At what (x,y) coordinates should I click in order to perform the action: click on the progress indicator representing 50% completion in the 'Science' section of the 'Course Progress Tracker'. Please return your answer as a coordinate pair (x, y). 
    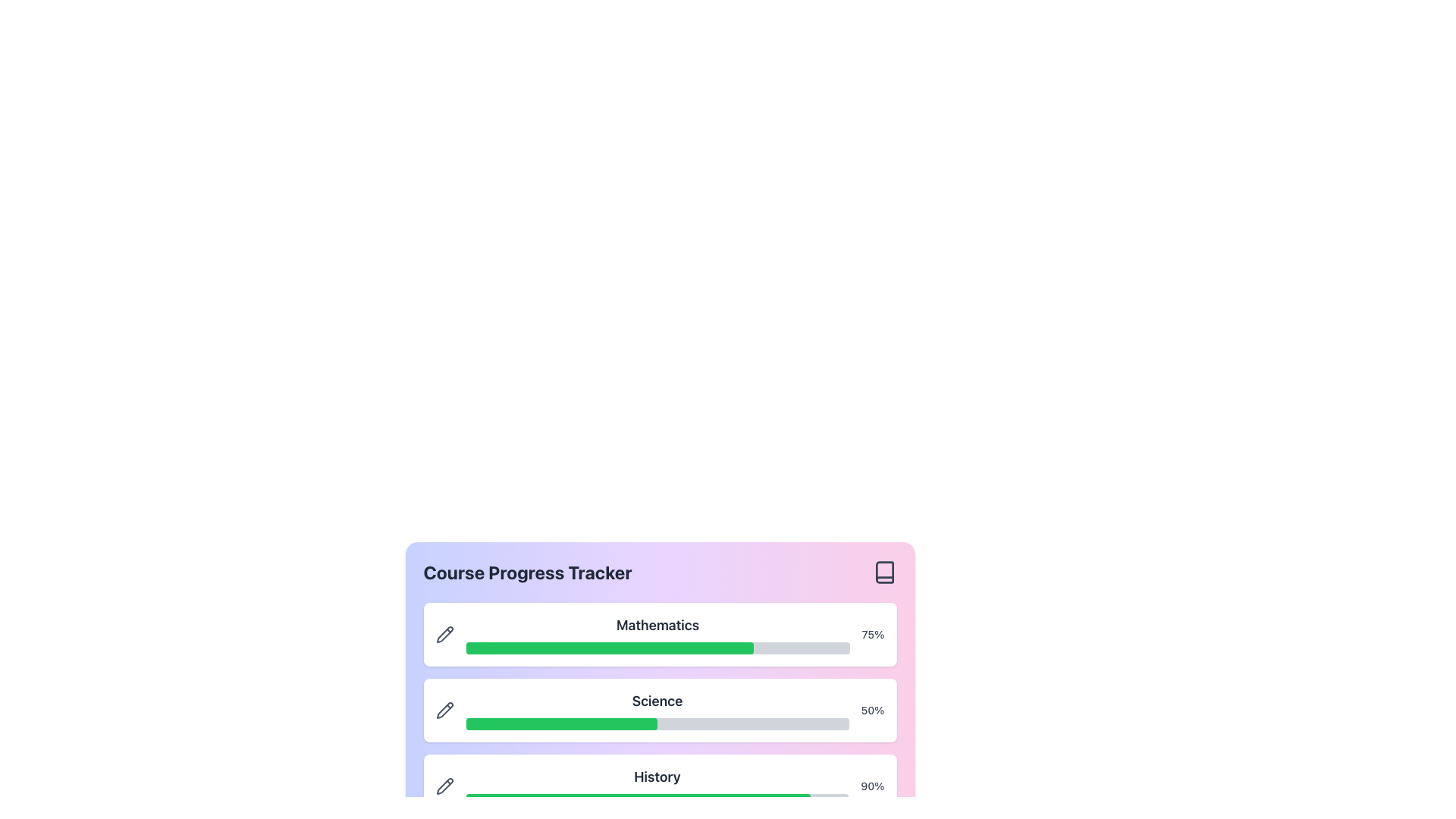
    Looking at the image, I should click on (560, 723).